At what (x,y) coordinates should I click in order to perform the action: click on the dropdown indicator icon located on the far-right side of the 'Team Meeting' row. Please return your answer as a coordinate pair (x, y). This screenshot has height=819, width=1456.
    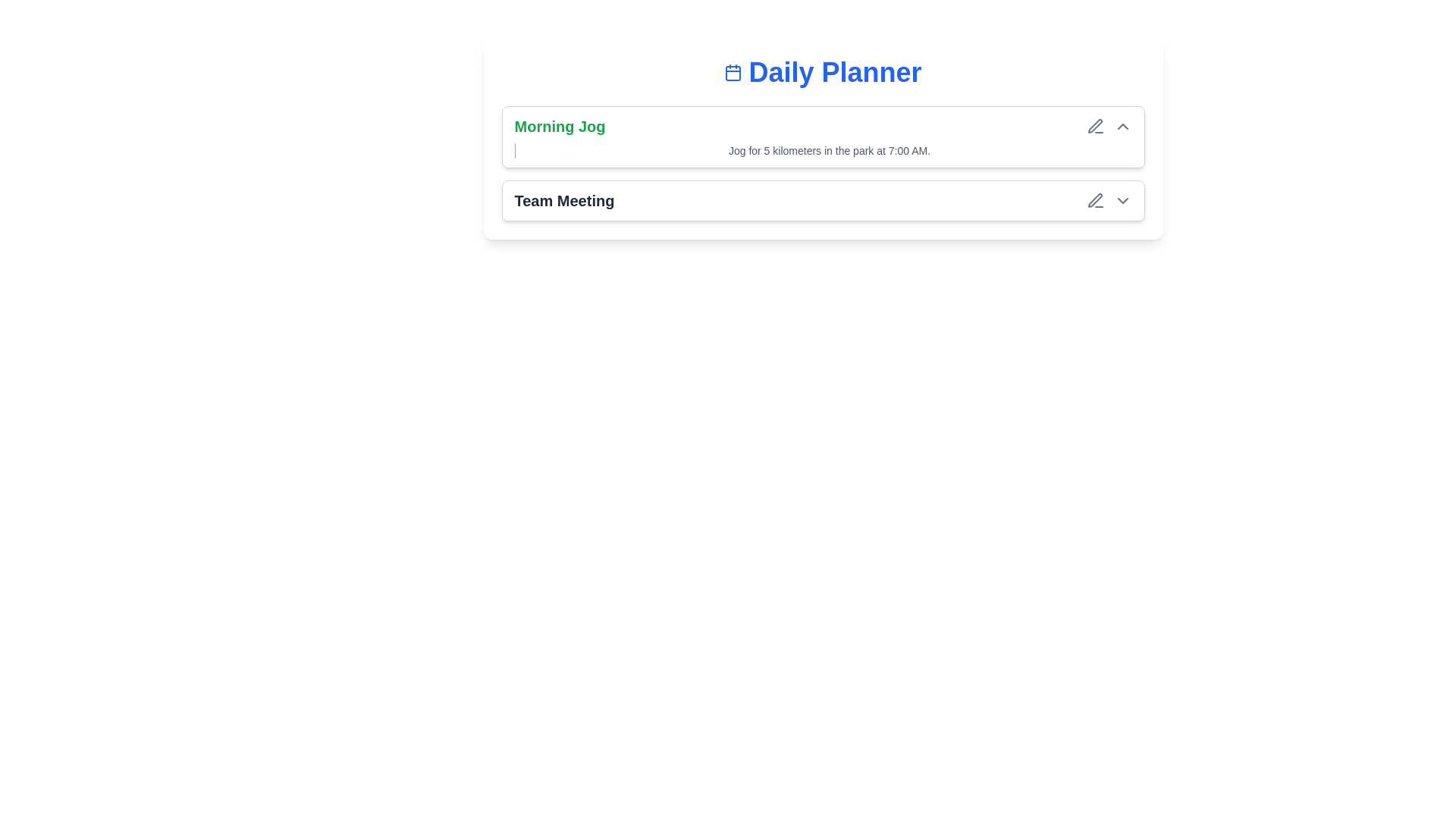
    Looking at the image, I should click on (1122, 200).